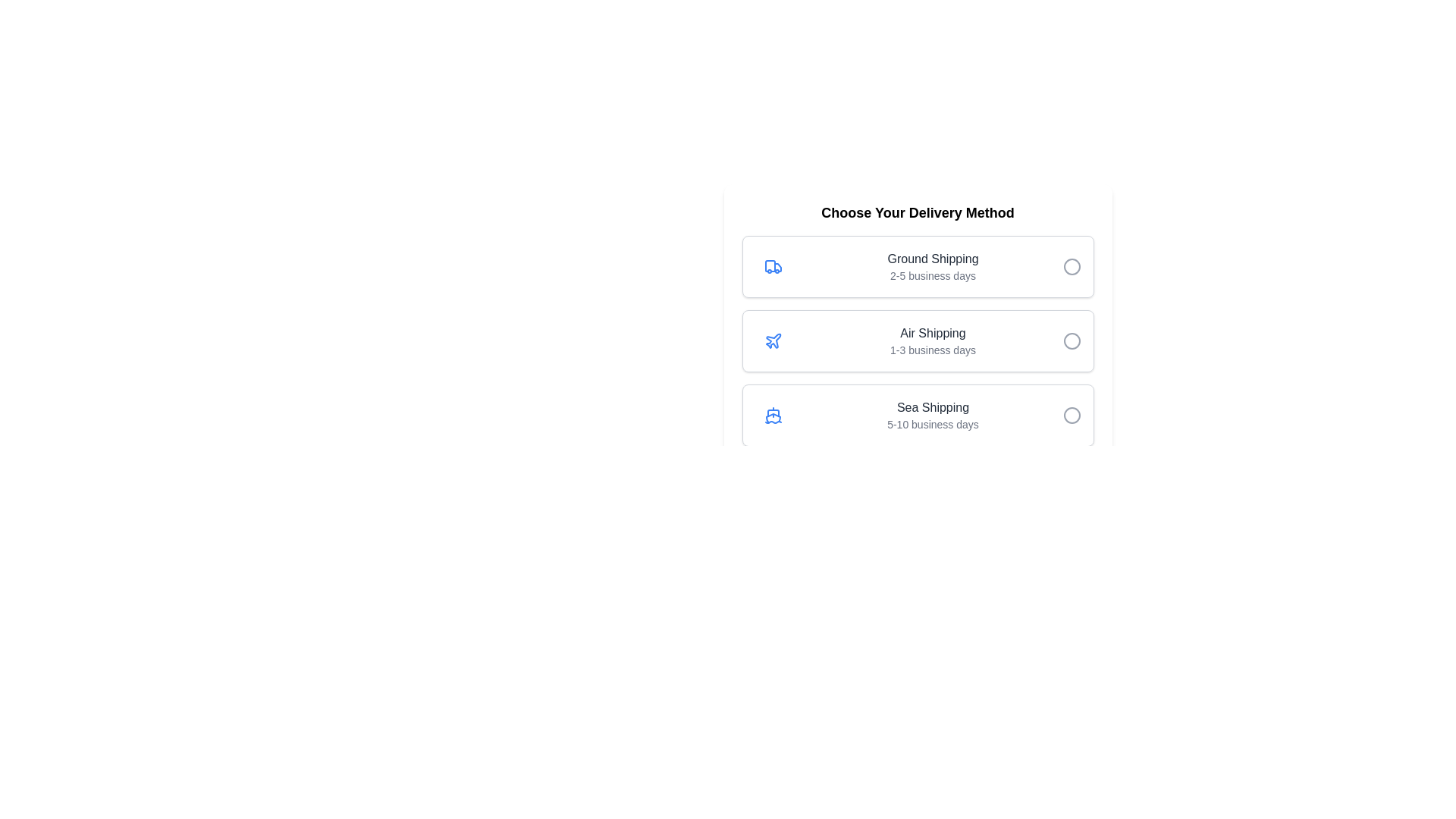 The width and height of the screenshot is (1456, 819). Describe the element at coordinates (773, 422) in the screenshot. I see `the decorative graphic element at the bottom of the ship icon, which indicates a maritime theme in the 'Sea Shipping' option of delivery methods` at that location.